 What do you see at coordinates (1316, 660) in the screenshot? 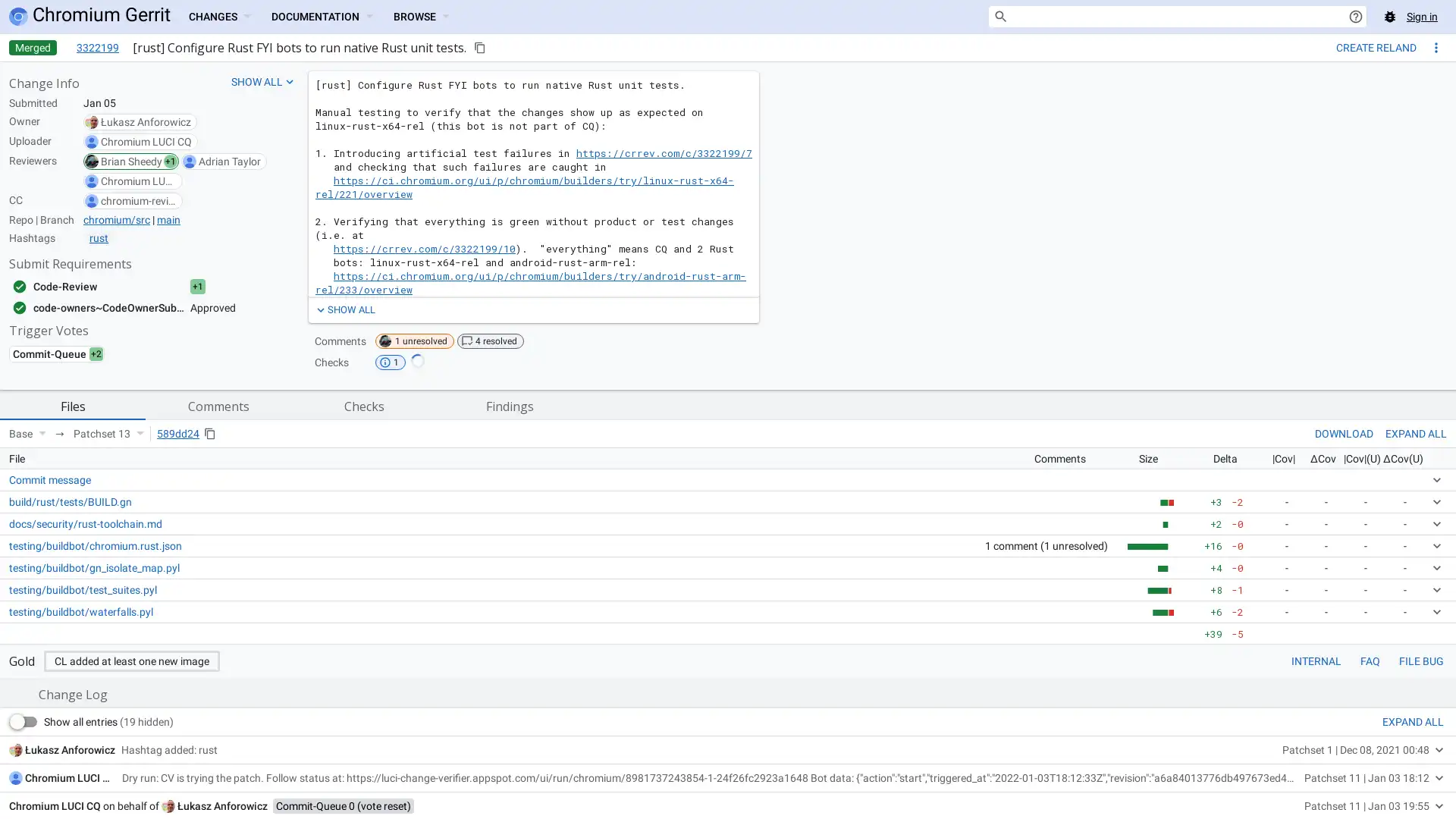
I see `INTERNAL` at bounding box center [1316, 660].